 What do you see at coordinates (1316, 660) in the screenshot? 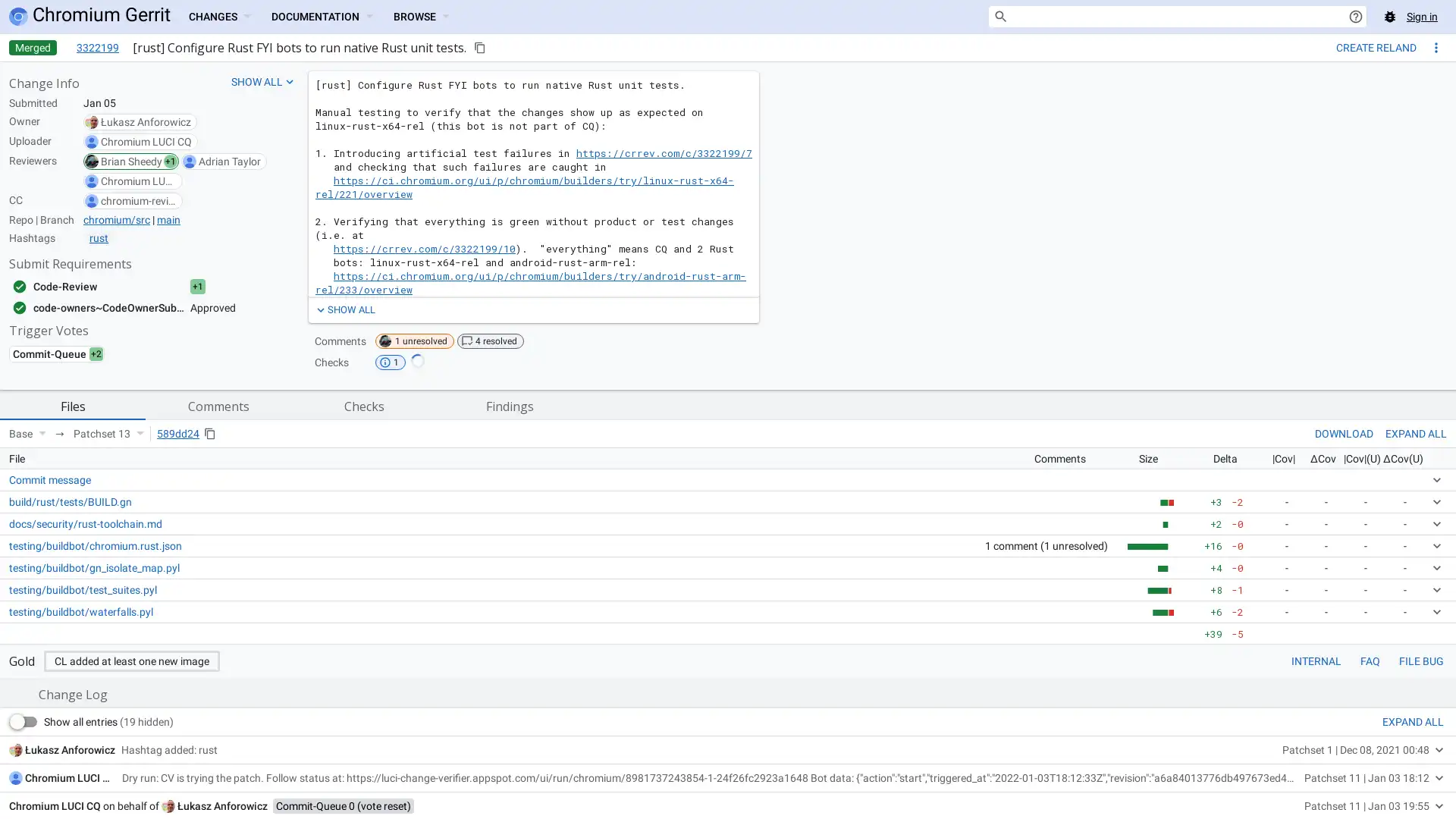
I see `INTERNAL` at bounding box center [1316, 660].